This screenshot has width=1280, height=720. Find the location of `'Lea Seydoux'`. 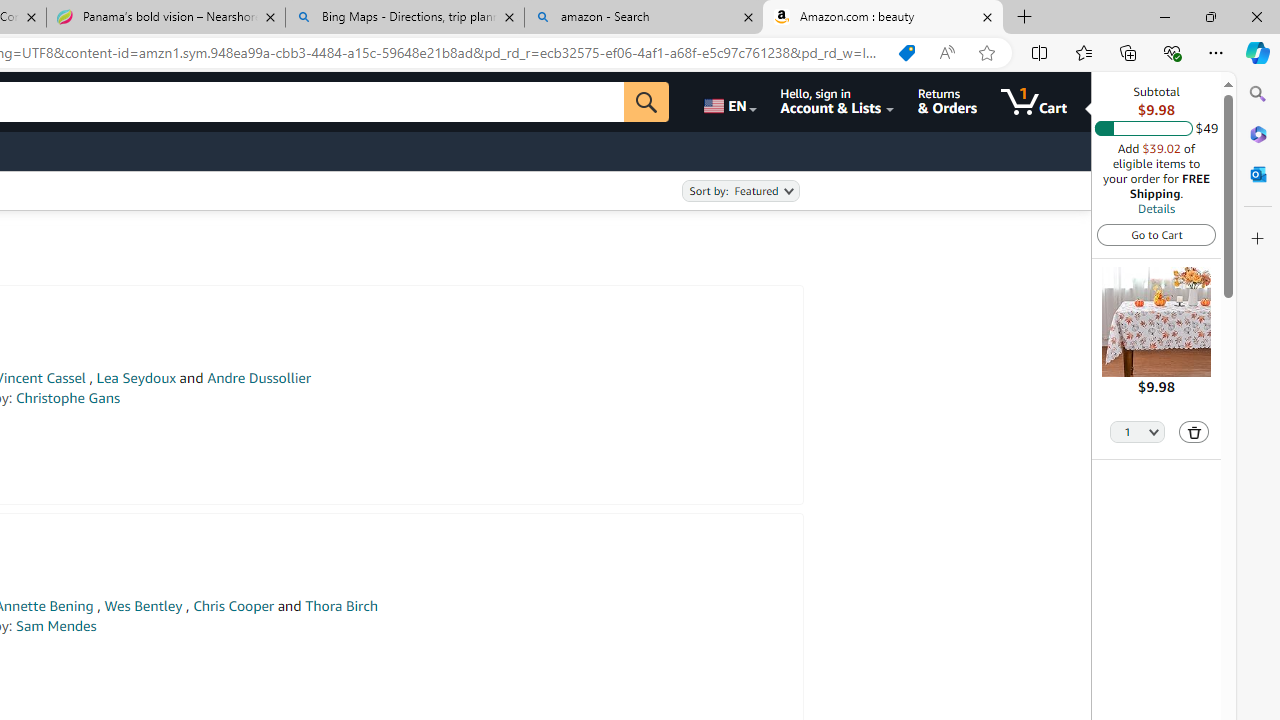

'Lea Seydoux' is located at coordinates (135, 378).